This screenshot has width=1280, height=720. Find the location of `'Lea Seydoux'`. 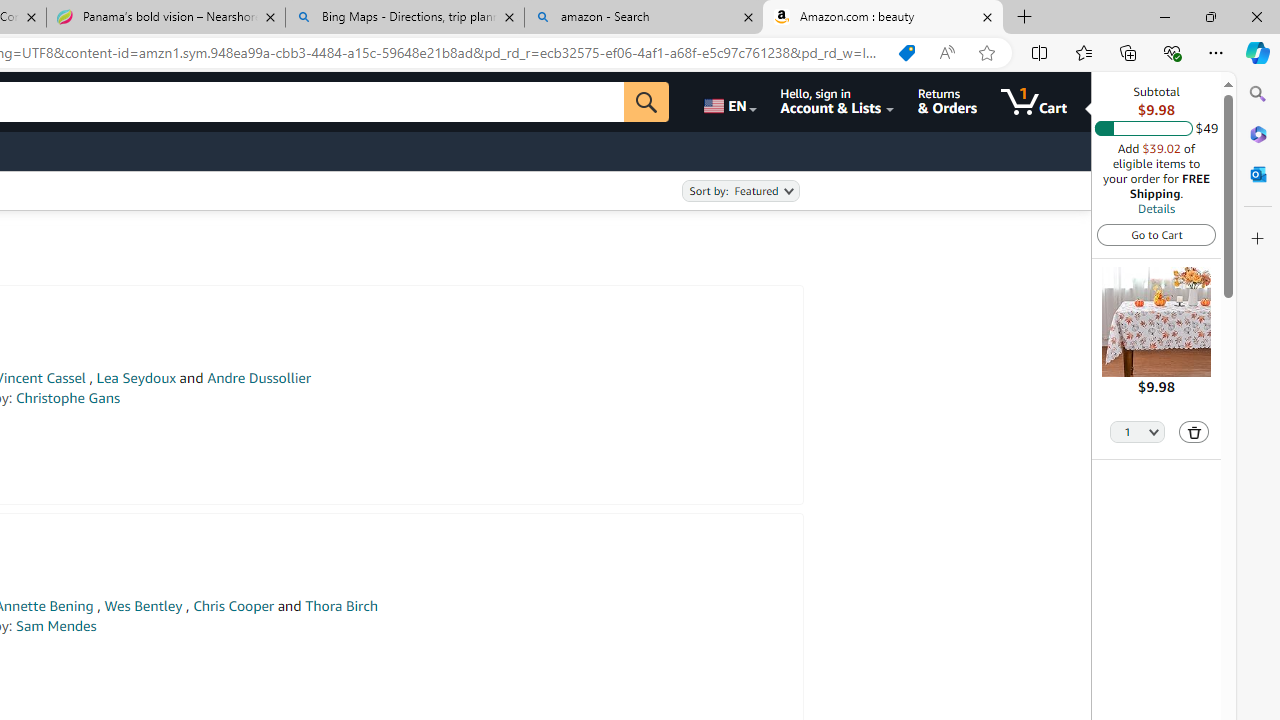

'Lea Seydoux' is located at coordinates (135, 378).